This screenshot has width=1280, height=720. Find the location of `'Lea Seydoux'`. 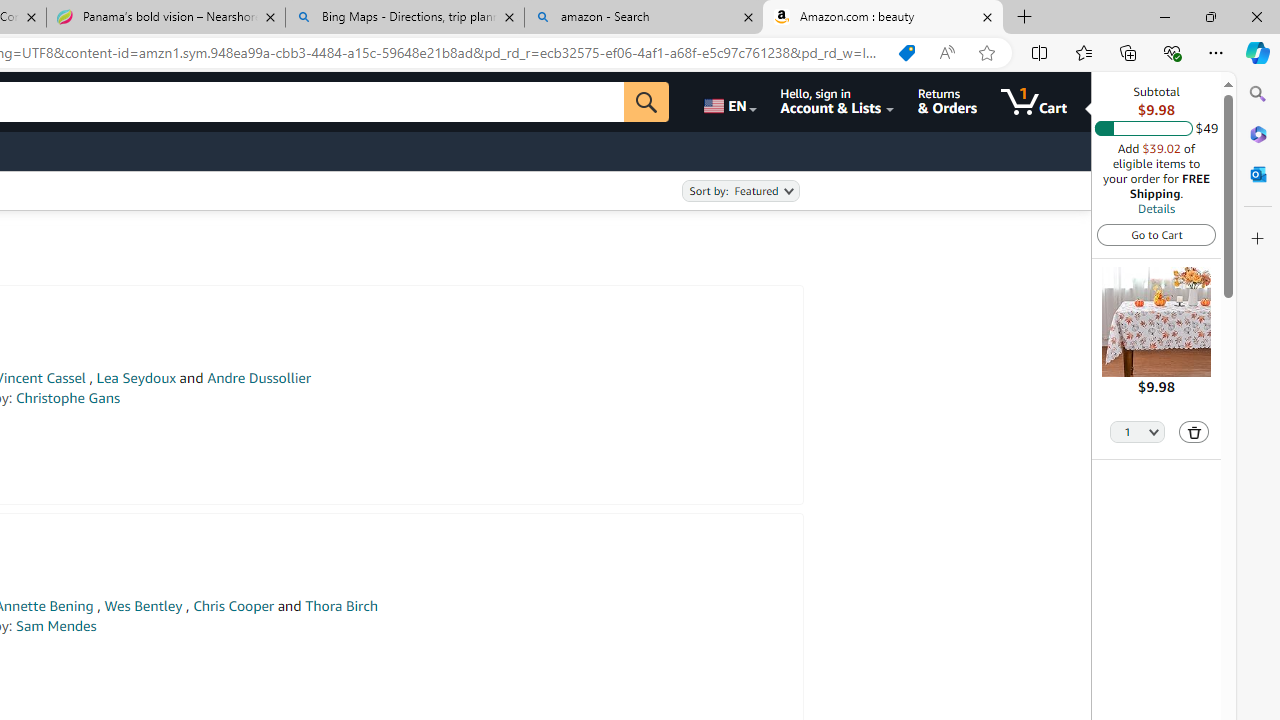

'Lea Seydoux' is located at coordinates (135, 378).